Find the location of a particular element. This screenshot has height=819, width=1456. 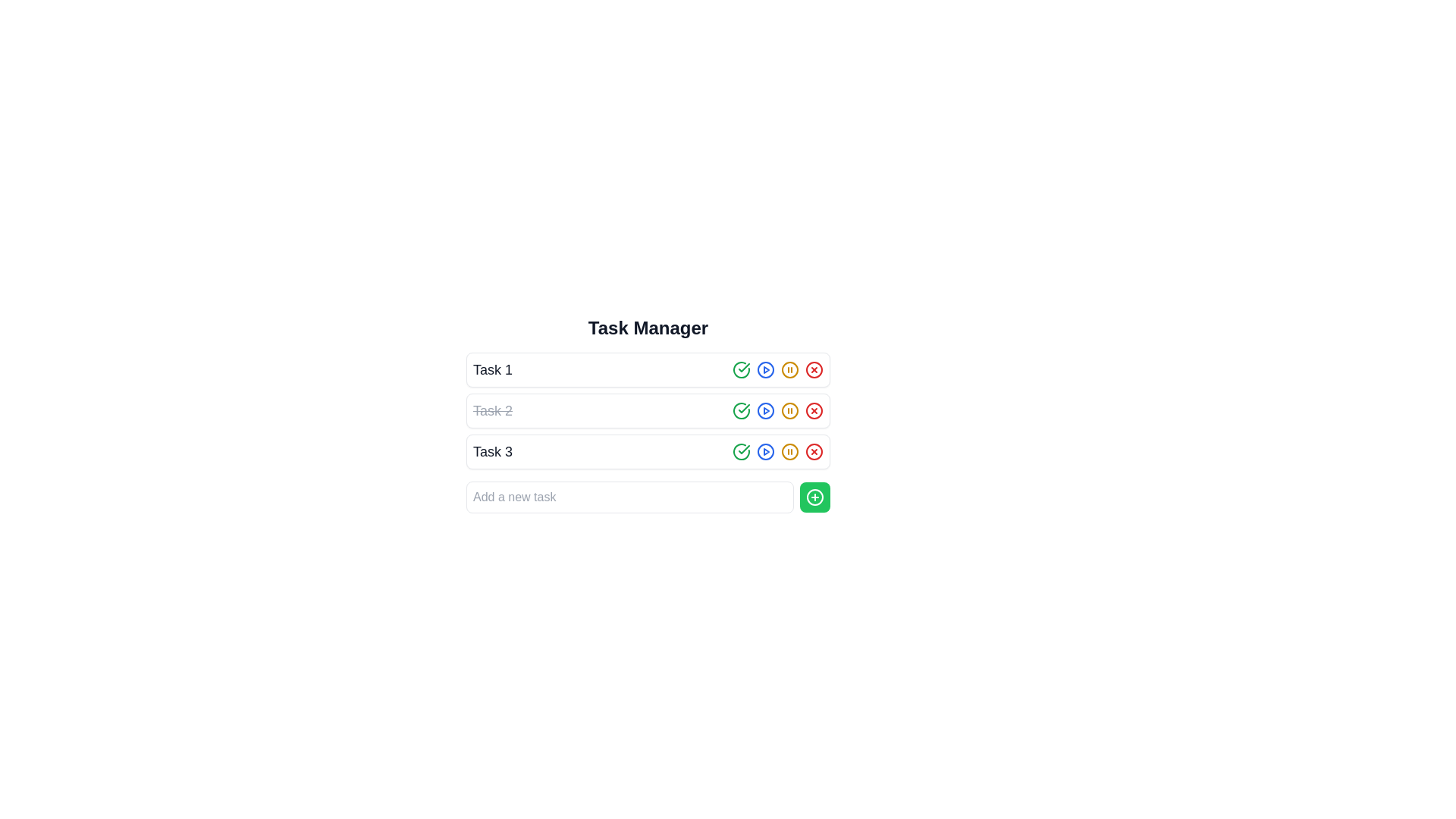

the pause button, which is the third icon in a horizontally arranged group of task control icons, visually represented by a yellow outlined circle with two vertical bars is located at coordinates (789, 370).